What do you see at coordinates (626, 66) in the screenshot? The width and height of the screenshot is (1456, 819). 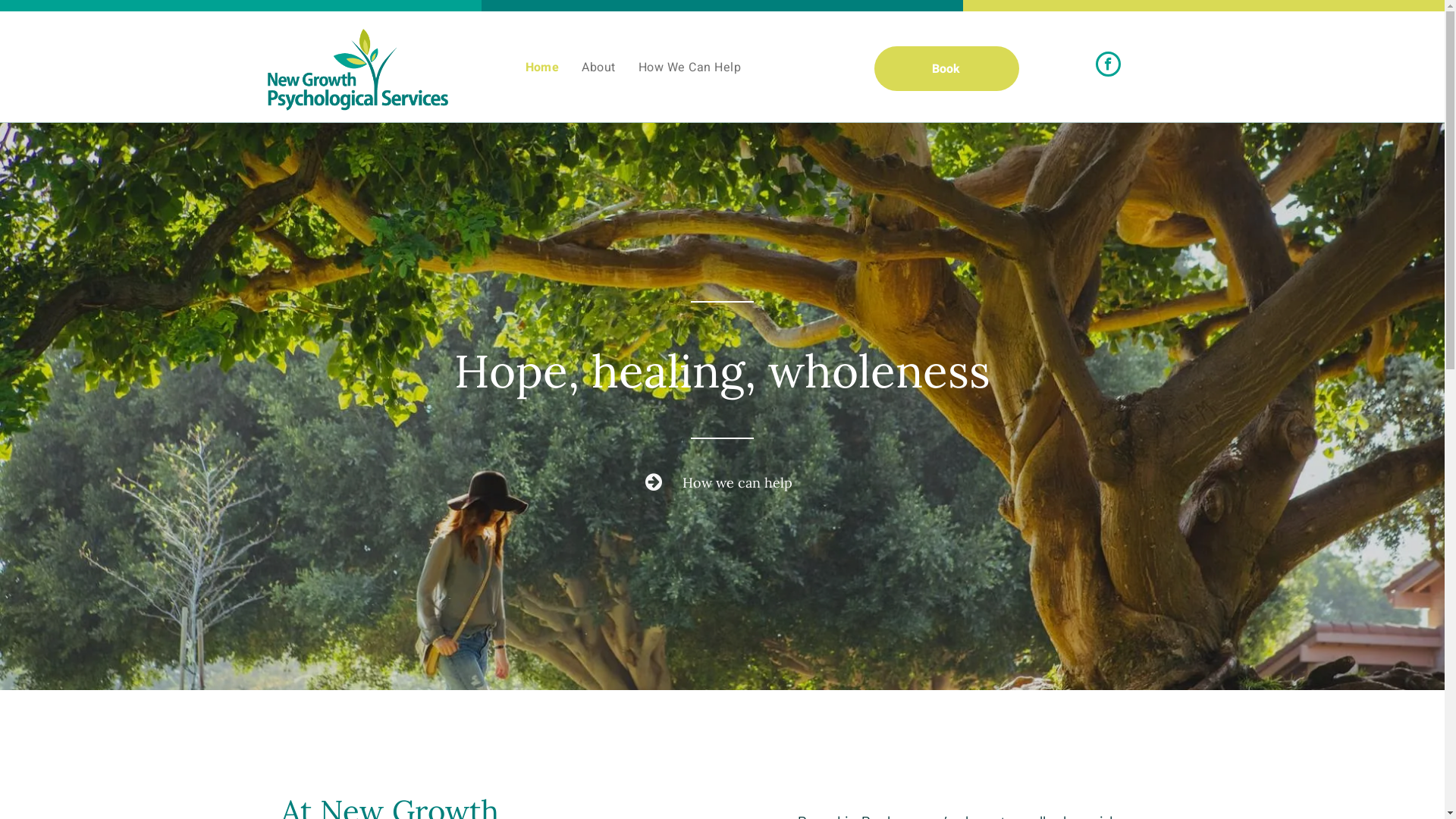 I see `'How We Can Help'` at bounding box center [626, 66].